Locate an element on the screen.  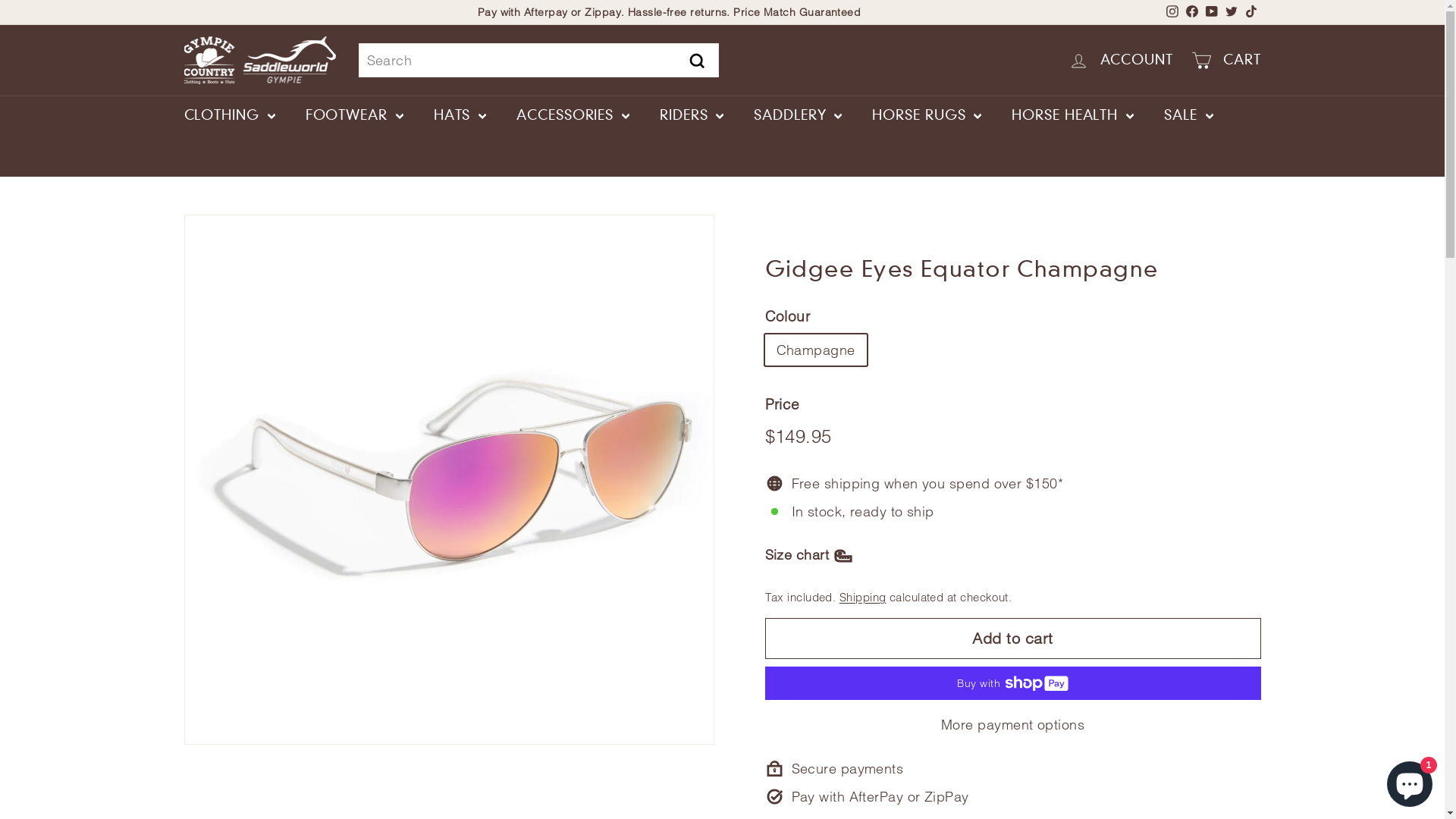
'twitter is located at coordinates (1230, 12).